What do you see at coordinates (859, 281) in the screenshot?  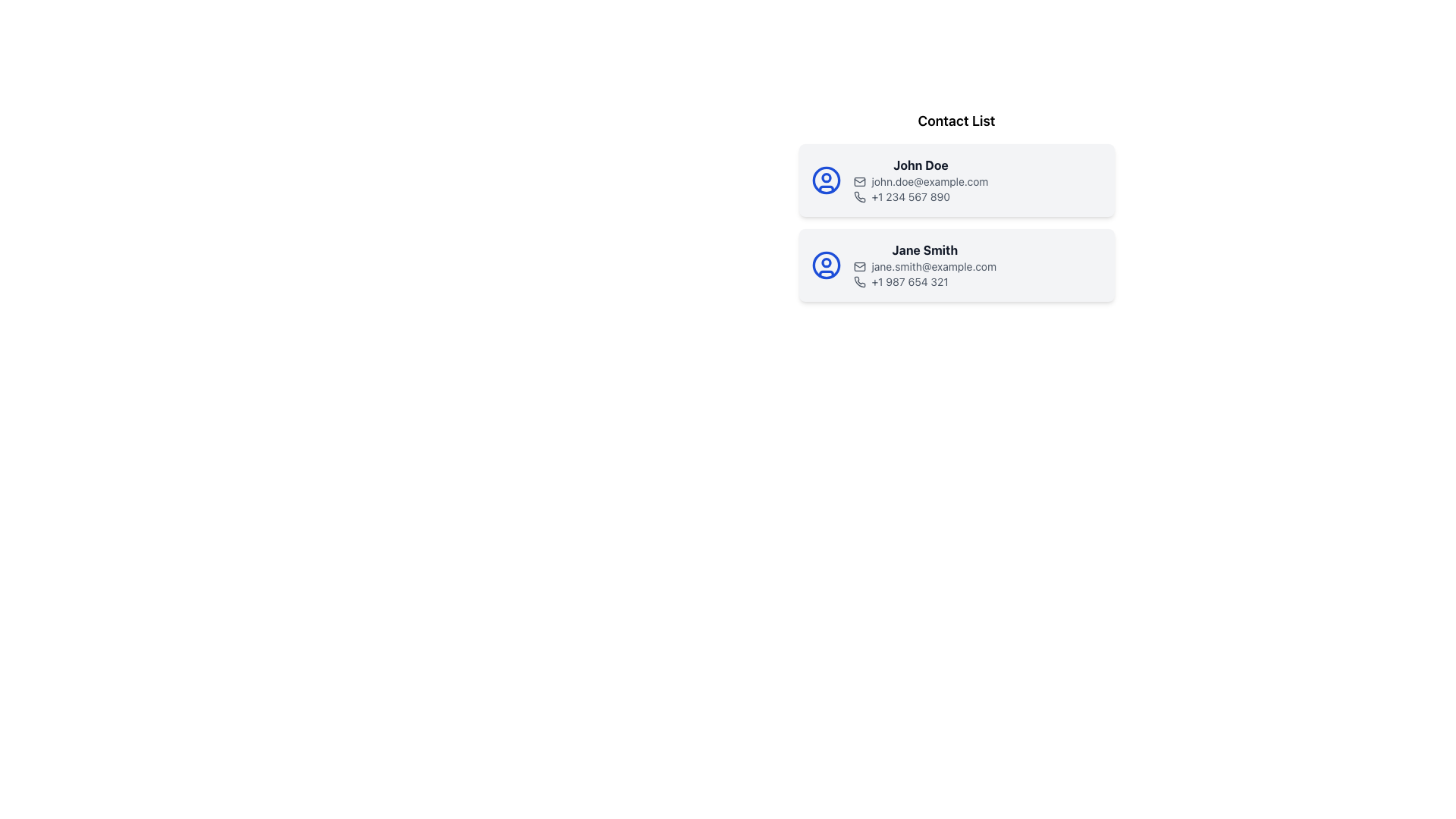 I see `the decorative phone handset vector icon located in the second contact card, positioned to the left of the phone number for Jane Smith` at bounding box center [859, 281].